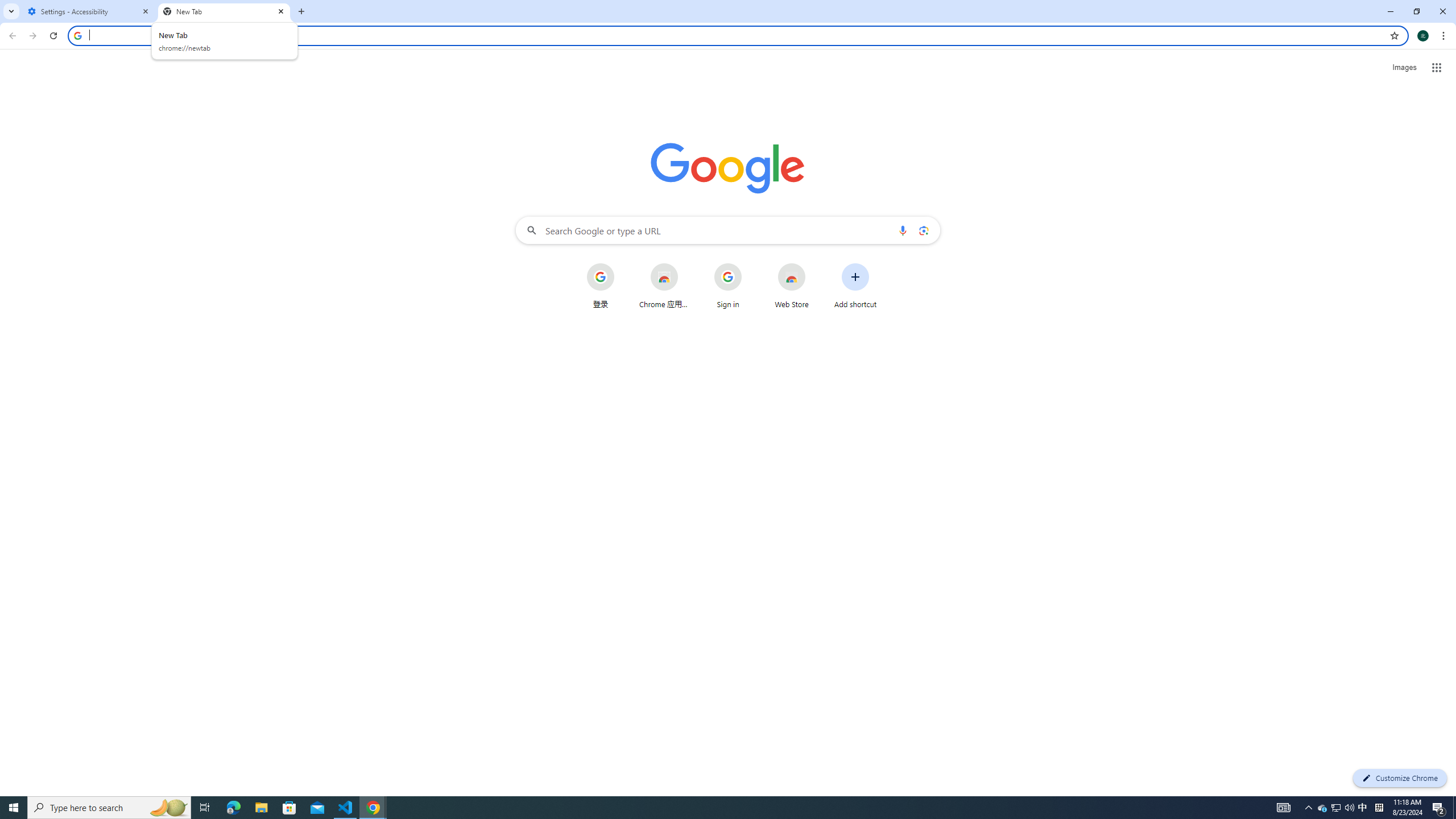 This screenshot has width=1456, height=819. What do you see at coordinates (1404, 67) in the screenshot?
I see `'Search for Images '` at bounding box center [1404, 67].